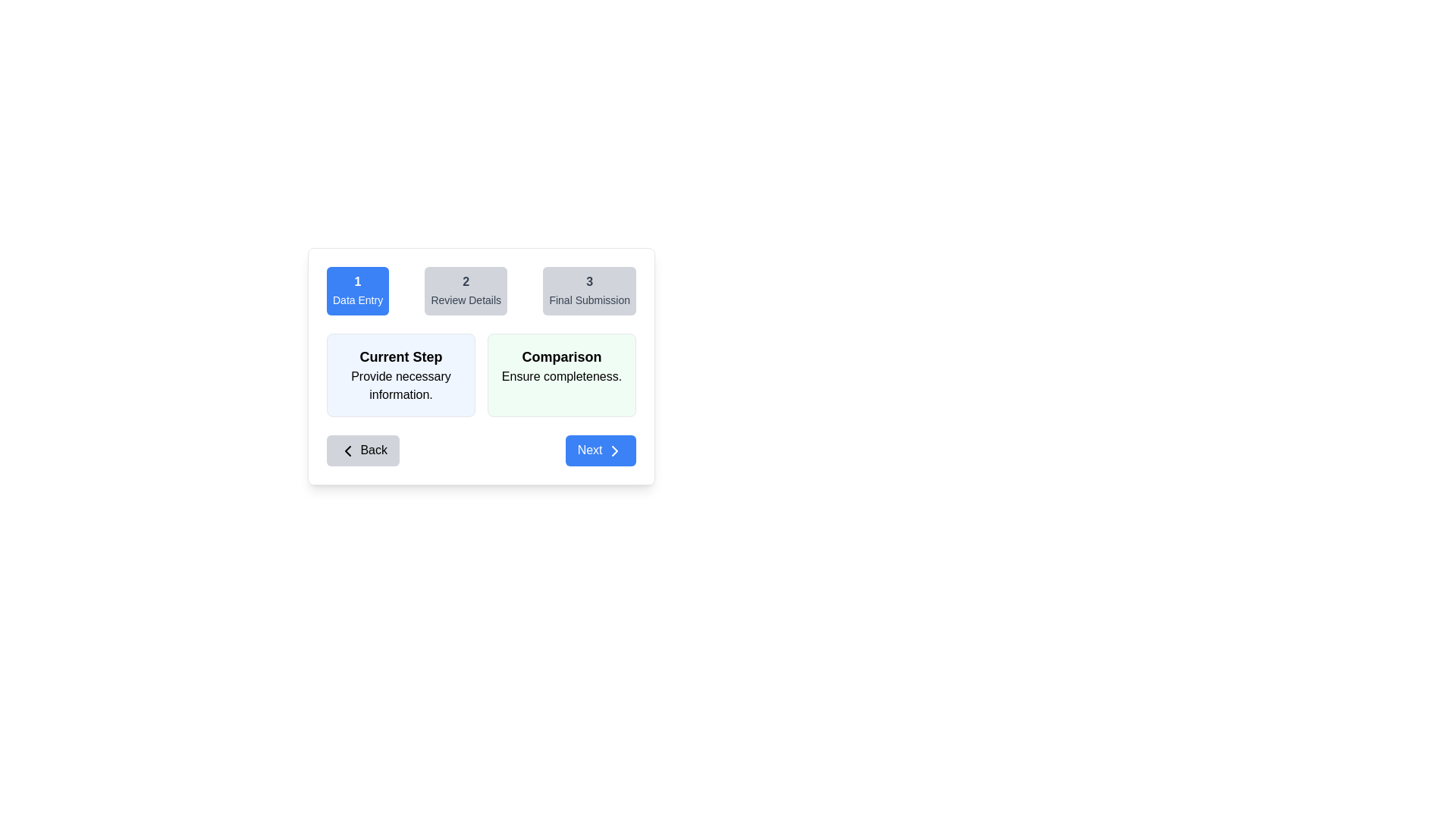  I want to click on the Step indicator labeled '3 Final Submission', which is a rectangular button with a light gray background located in the top-right corner of a group of three buttons, so click(588, 291).